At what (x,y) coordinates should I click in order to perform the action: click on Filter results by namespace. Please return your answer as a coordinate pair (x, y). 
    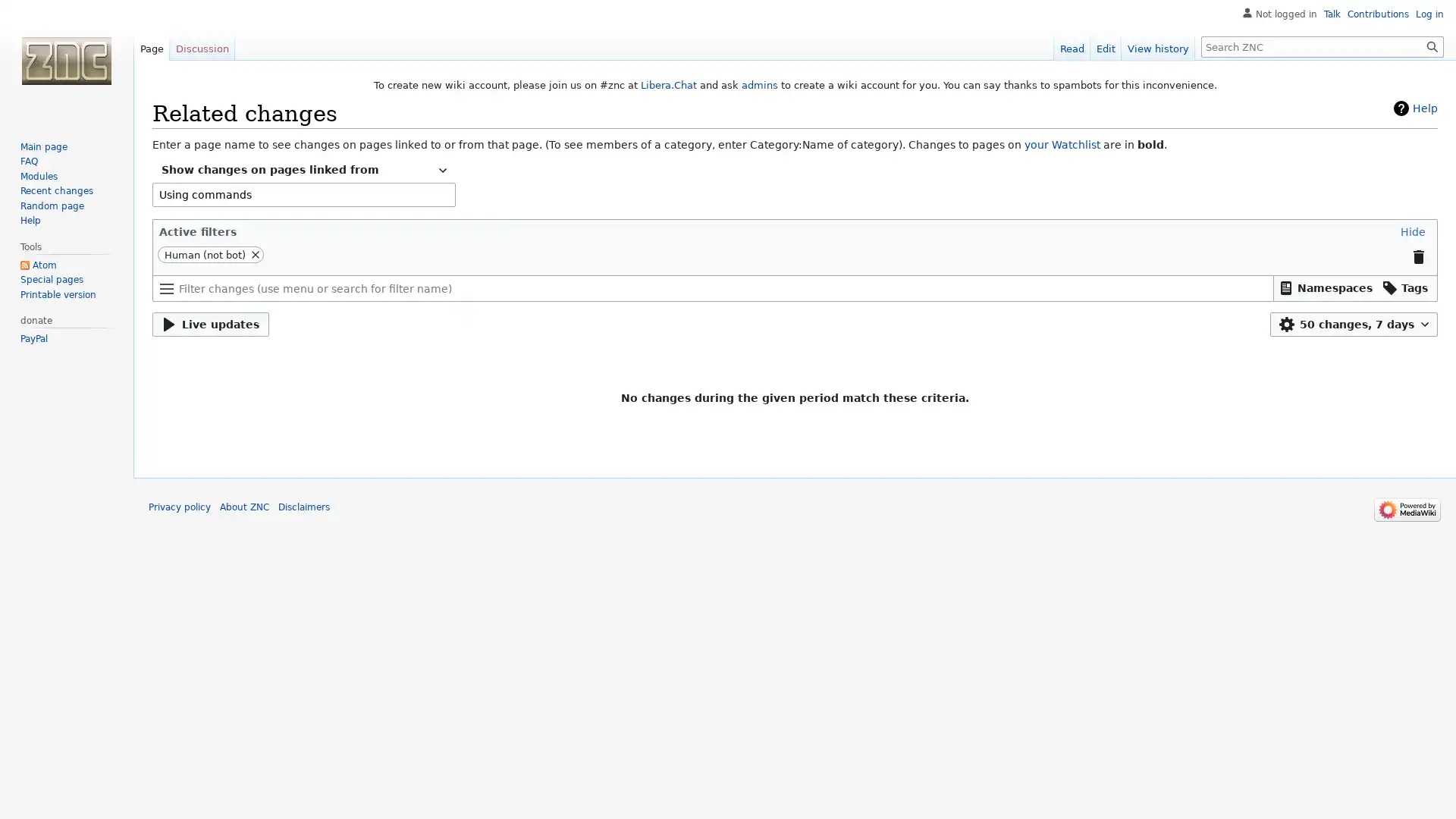
    Looking at the image, I should click on (1325, 288).